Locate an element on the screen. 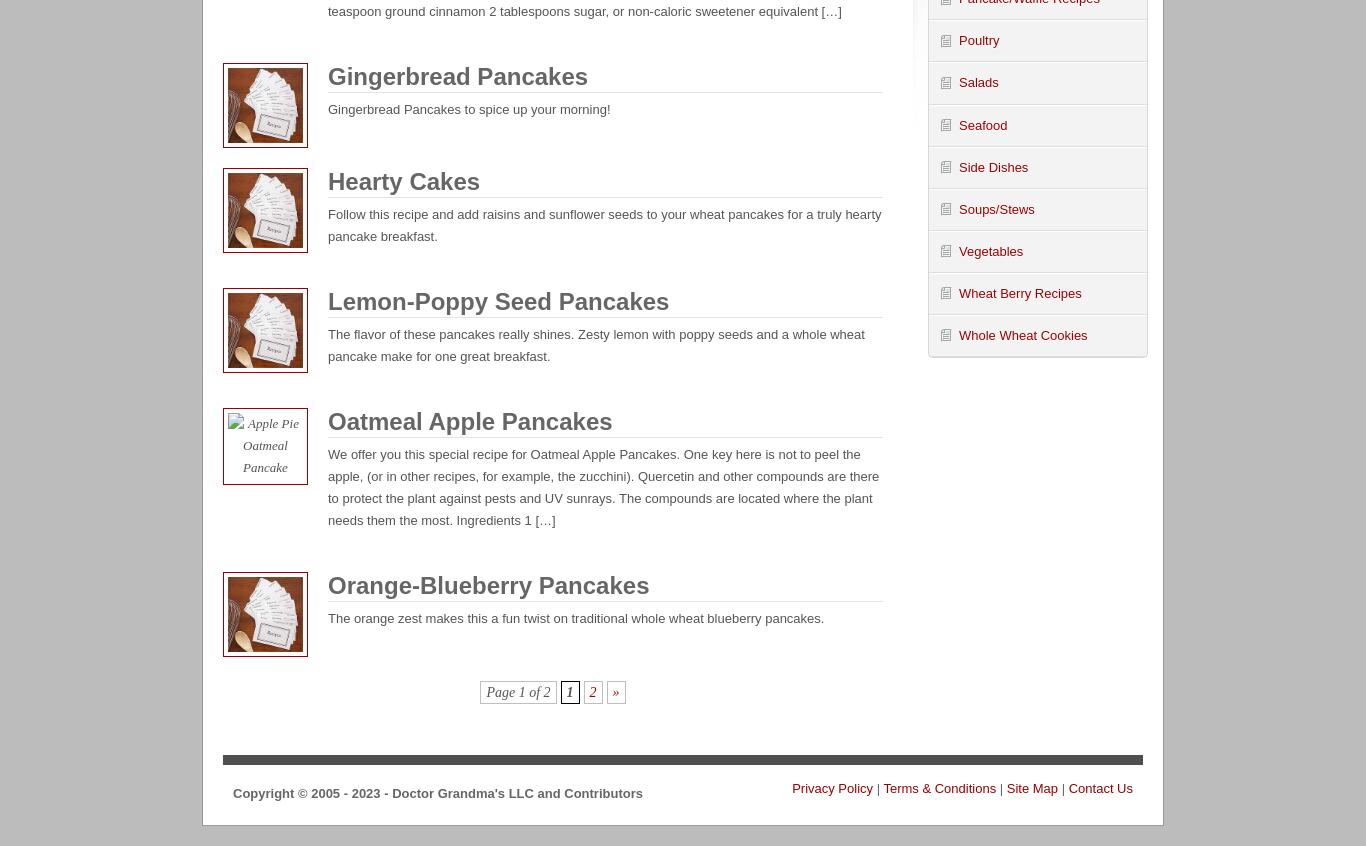 The image size is (1366, 846). 'Seafood' is located at coordinates (982, 124).